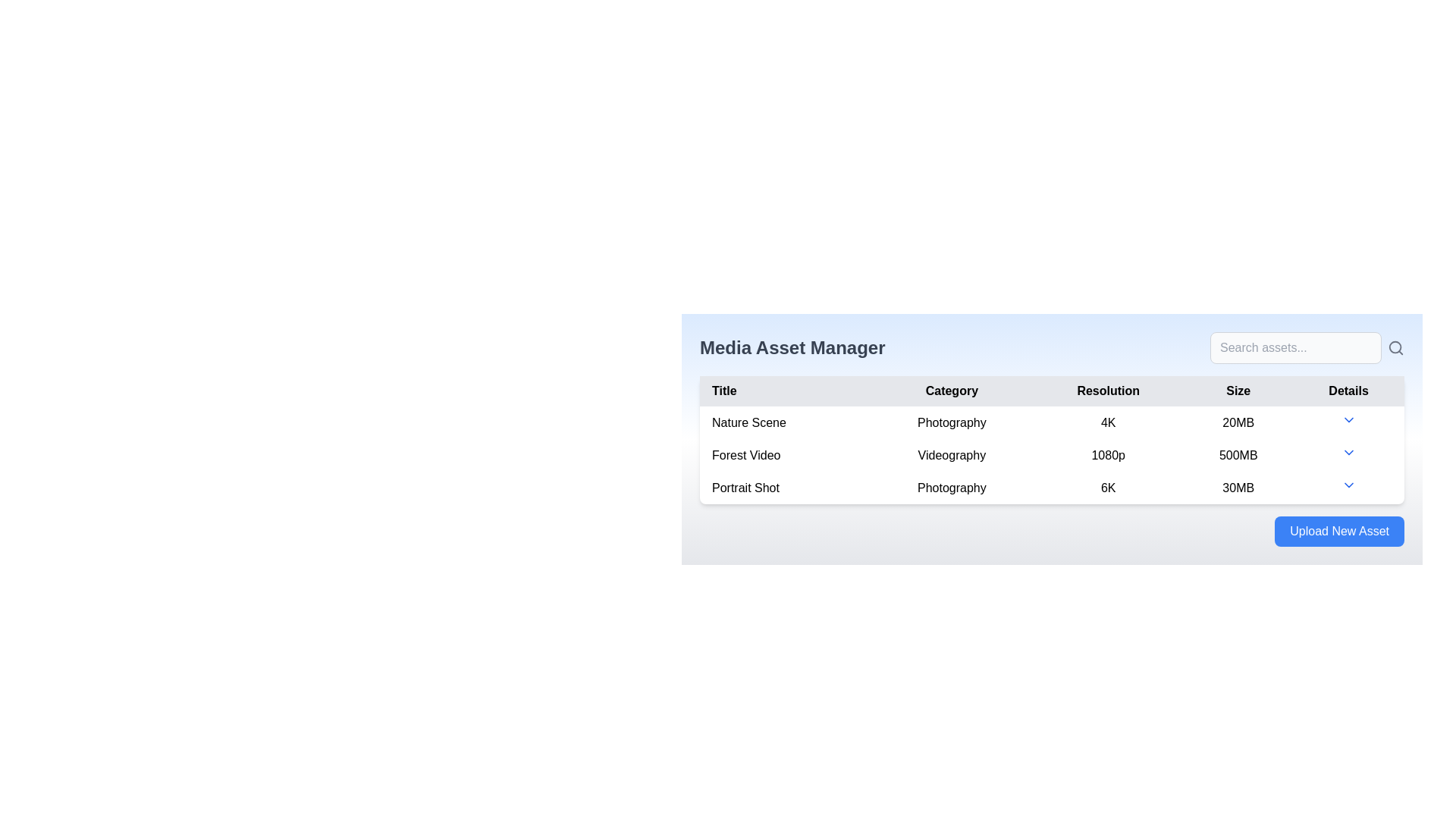 This screenshot has height=819, width=1456. Describe the element at coordinates (951, 488) in the screenshot. I see `the static text label displaying 'Photography' located in the third row and second column of the 'Media Asset Manager' table` at that location.